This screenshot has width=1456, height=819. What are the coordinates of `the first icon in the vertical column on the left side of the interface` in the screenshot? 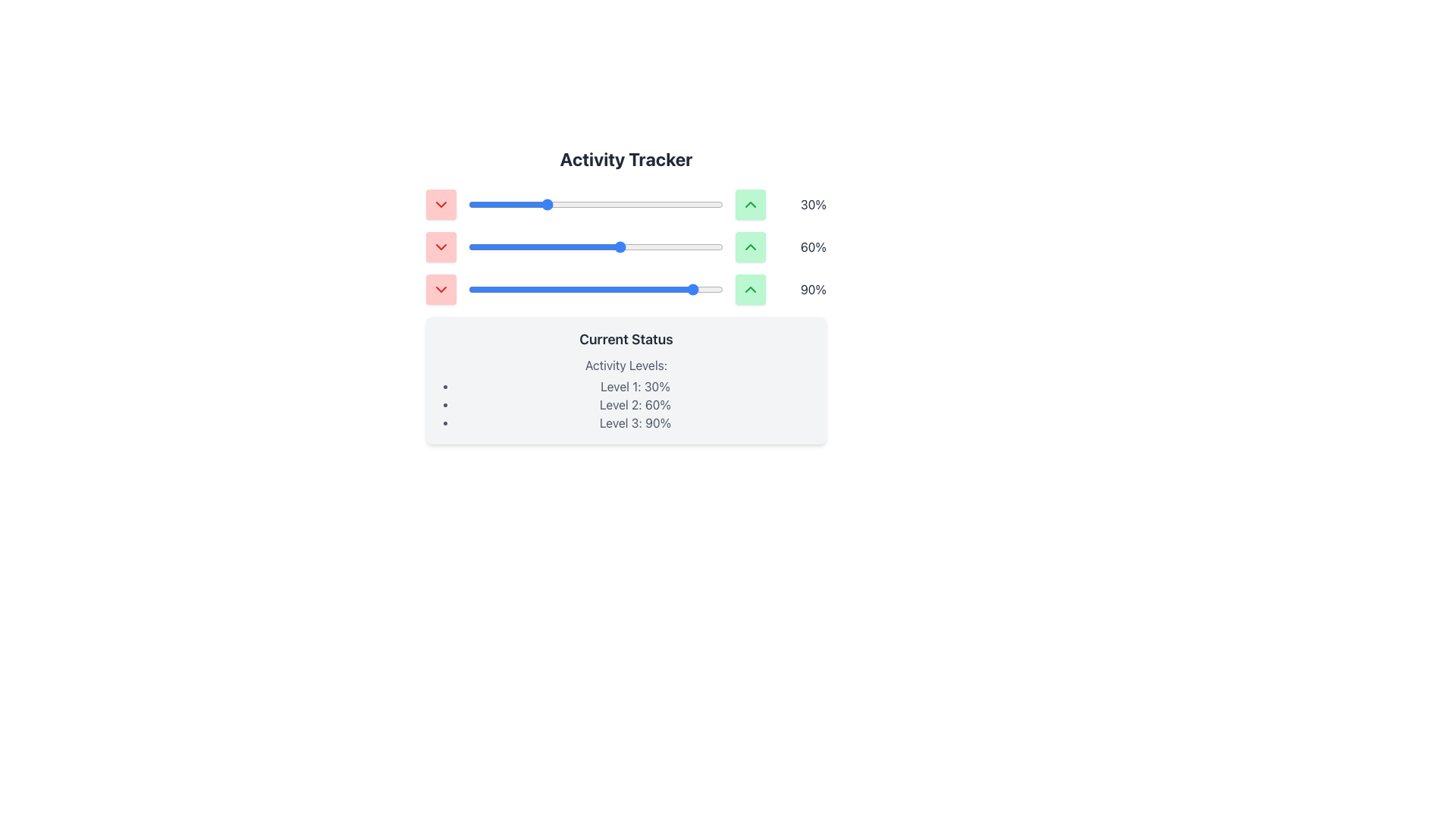 It's located at (440, 205).